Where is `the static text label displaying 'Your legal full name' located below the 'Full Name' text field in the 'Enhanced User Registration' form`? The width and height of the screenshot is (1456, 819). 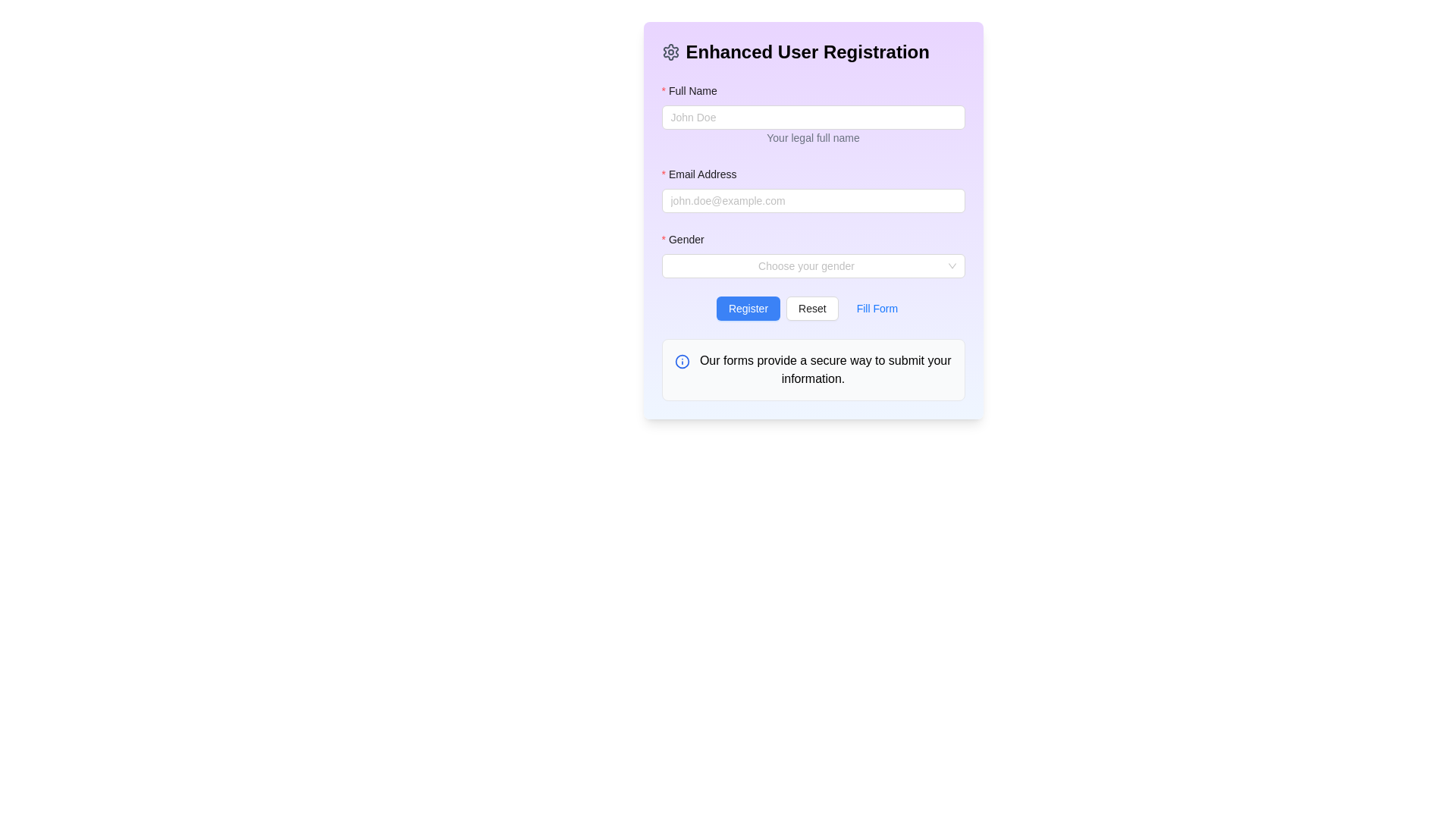
the static text label displaying 'Your legal full name' located below the 'Full Name' text field in the 'Enhanced User Registration' form is located at coordinates (812, 137).